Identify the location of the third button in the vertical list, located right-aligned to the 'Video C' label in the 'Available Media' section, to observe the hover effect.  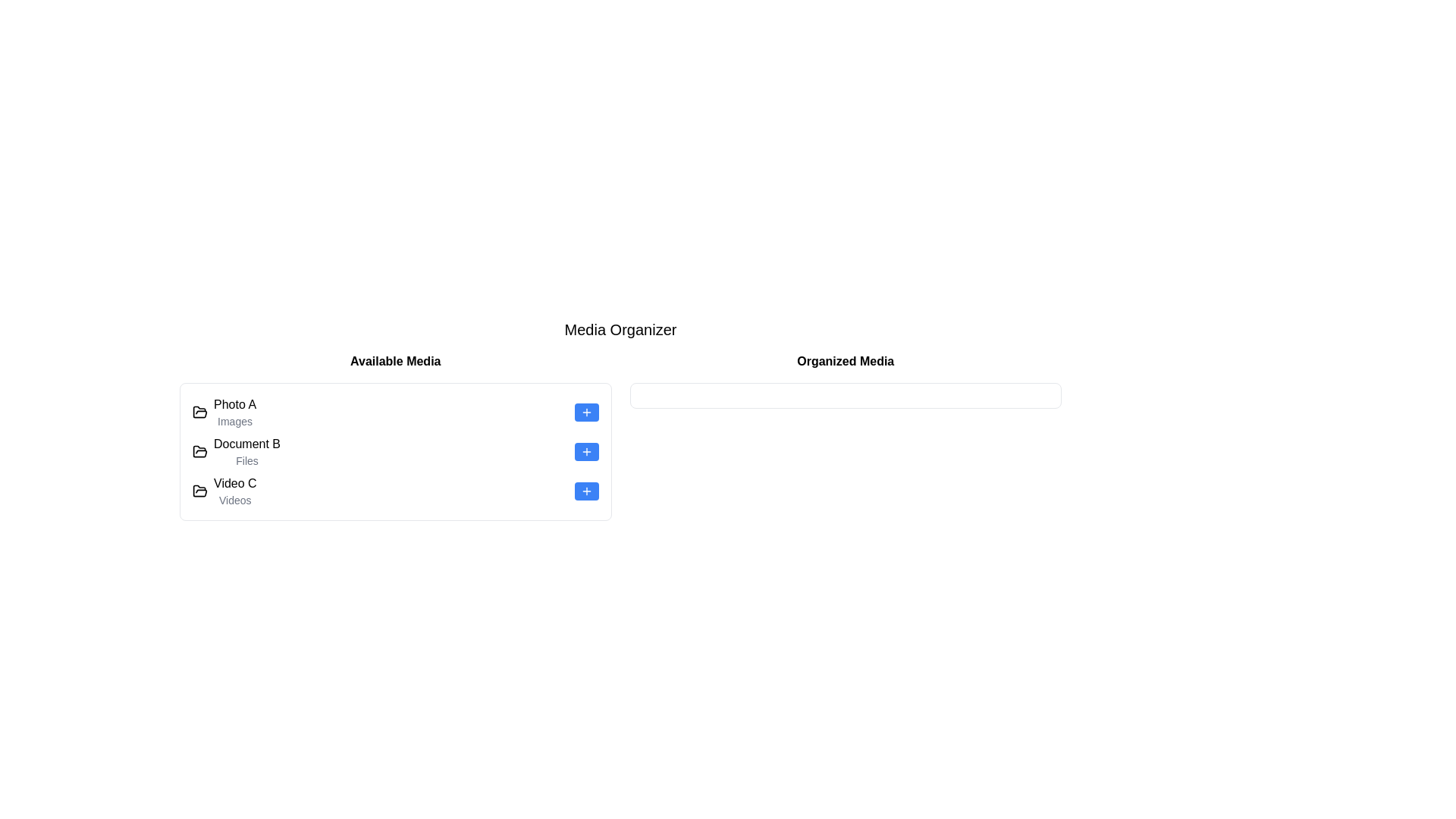
(585, 491).